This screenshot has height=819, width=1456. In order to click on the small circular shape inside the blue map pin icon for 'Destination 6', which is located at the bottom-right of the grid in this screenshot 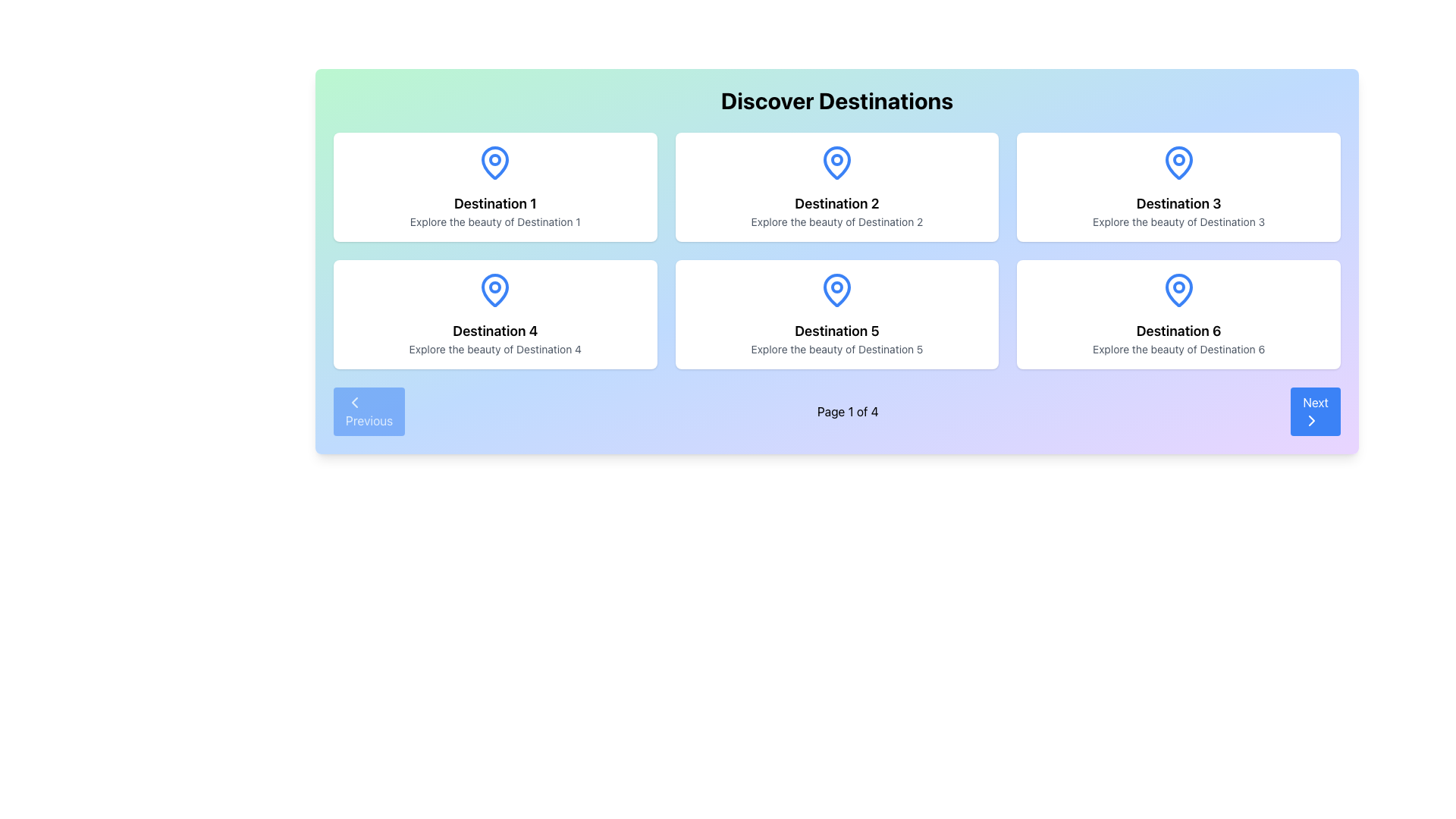, I will do `click(1178, 287)`.